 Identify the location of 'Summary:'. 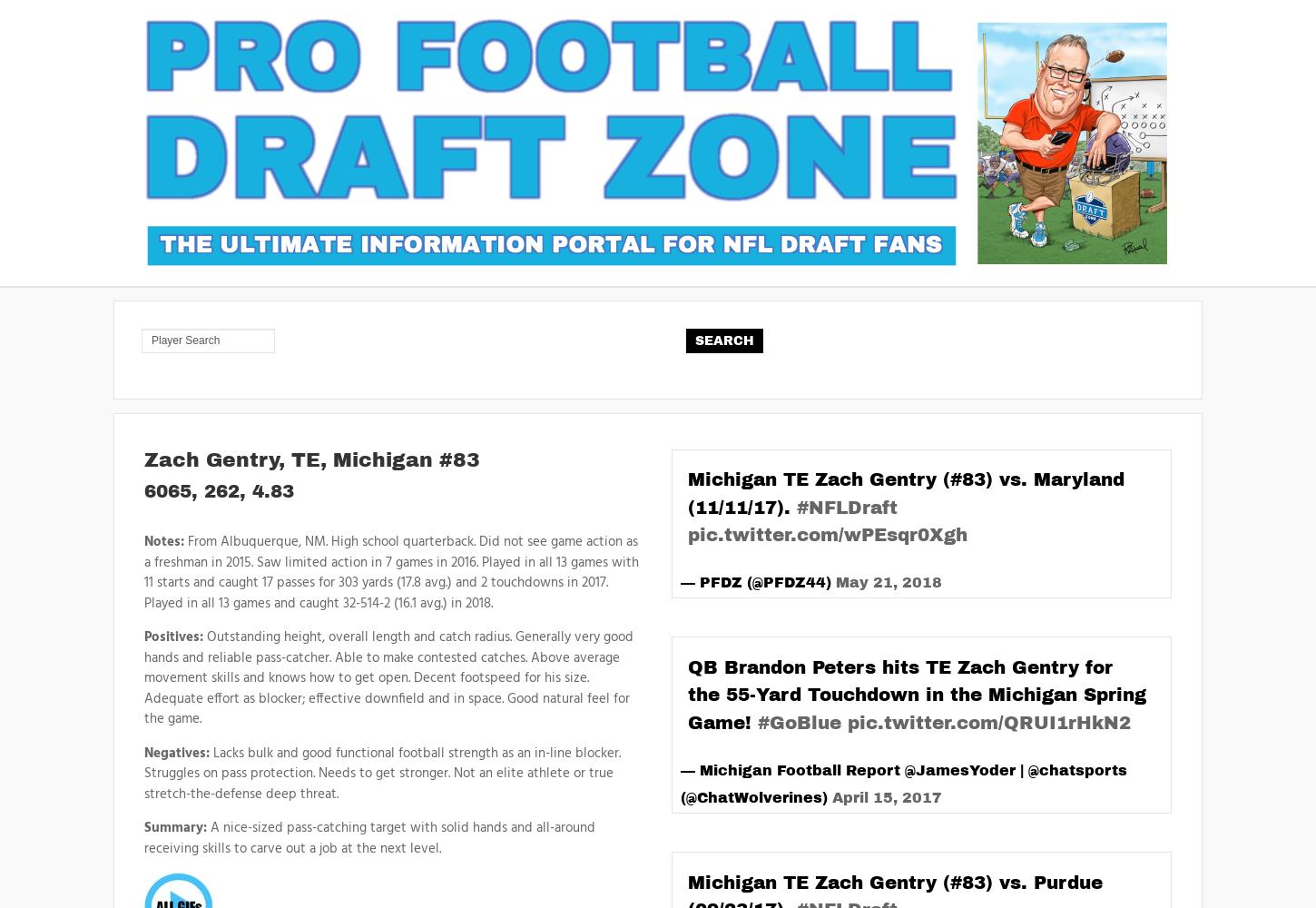
(174, 828).